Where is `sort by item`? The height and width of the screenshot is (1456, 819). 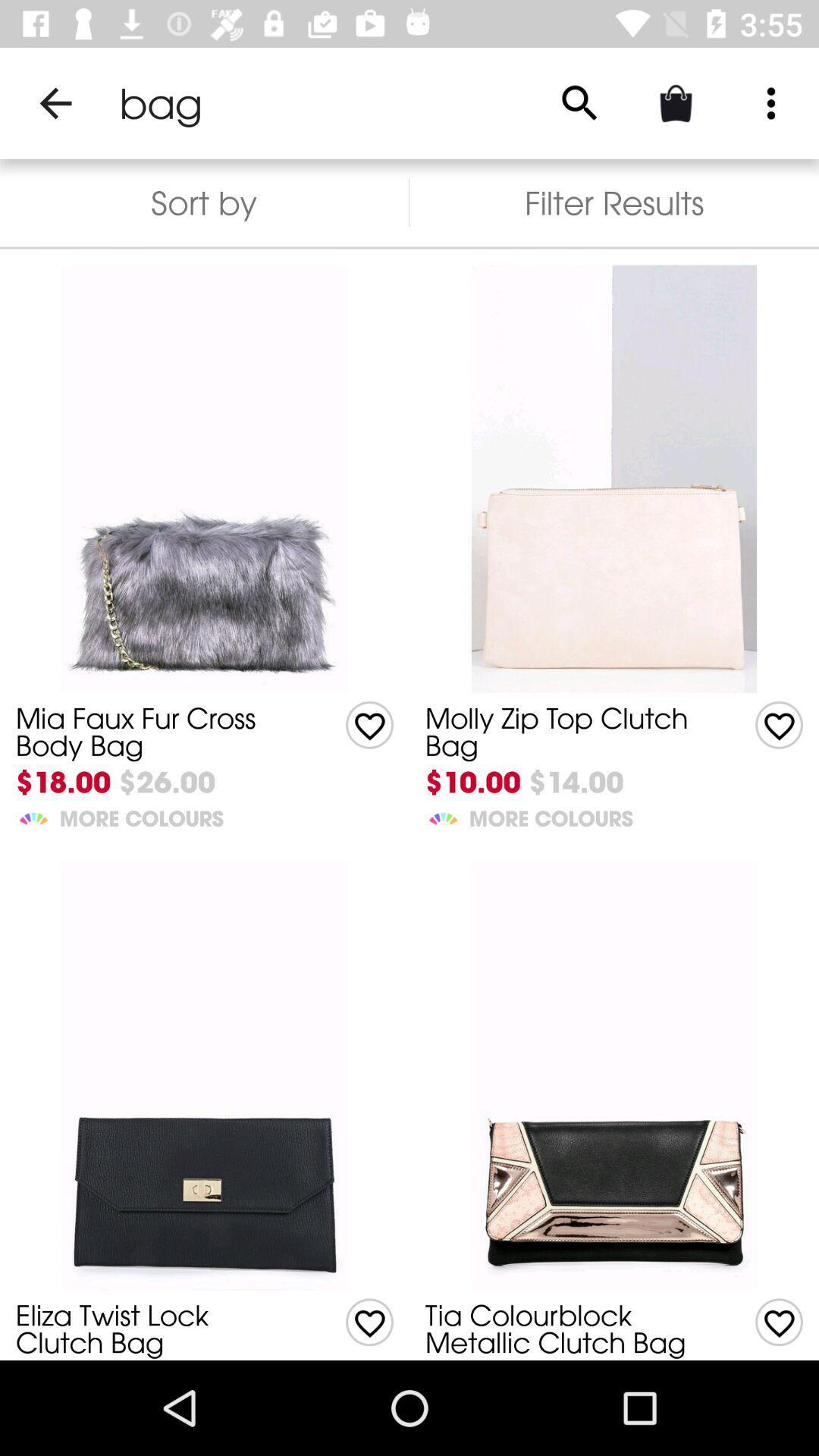
sort by item is located at coordinates (203, 202).